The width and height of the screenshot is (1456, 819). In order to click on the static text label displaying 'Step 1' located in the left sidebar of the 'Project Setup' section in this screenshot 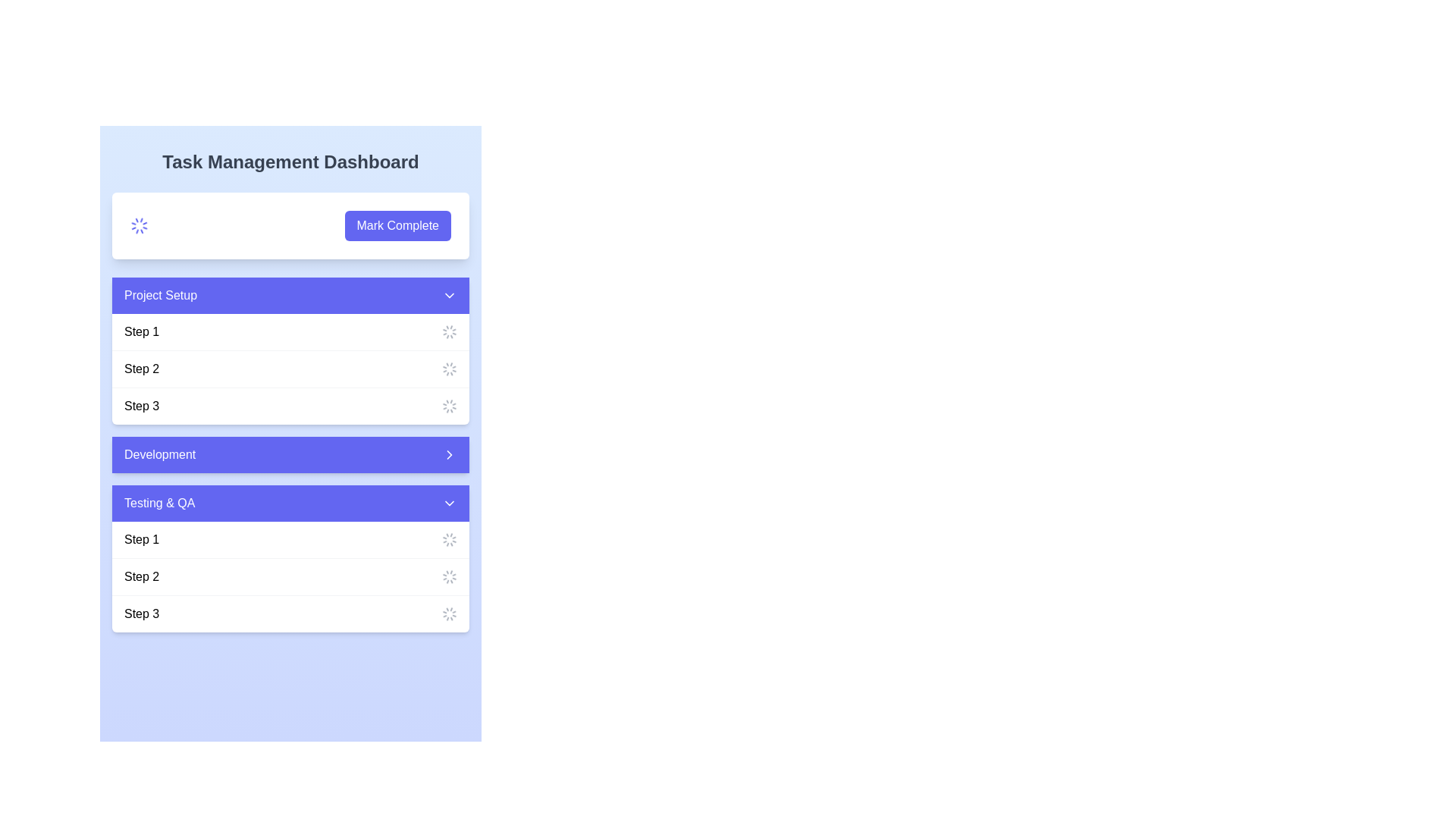, I will do `click(142, 331)`.